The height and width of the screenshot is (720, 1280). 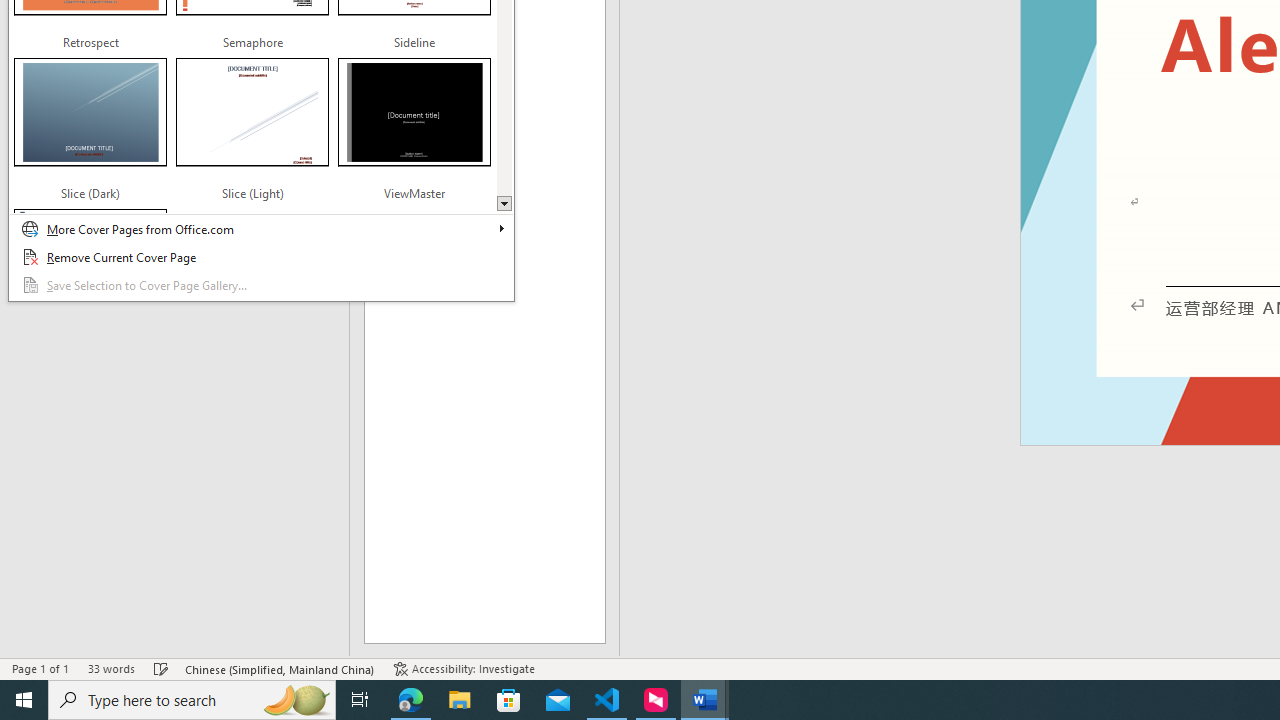 I want to click on 'Word - 2 running windows', so click(x=705, y=698).